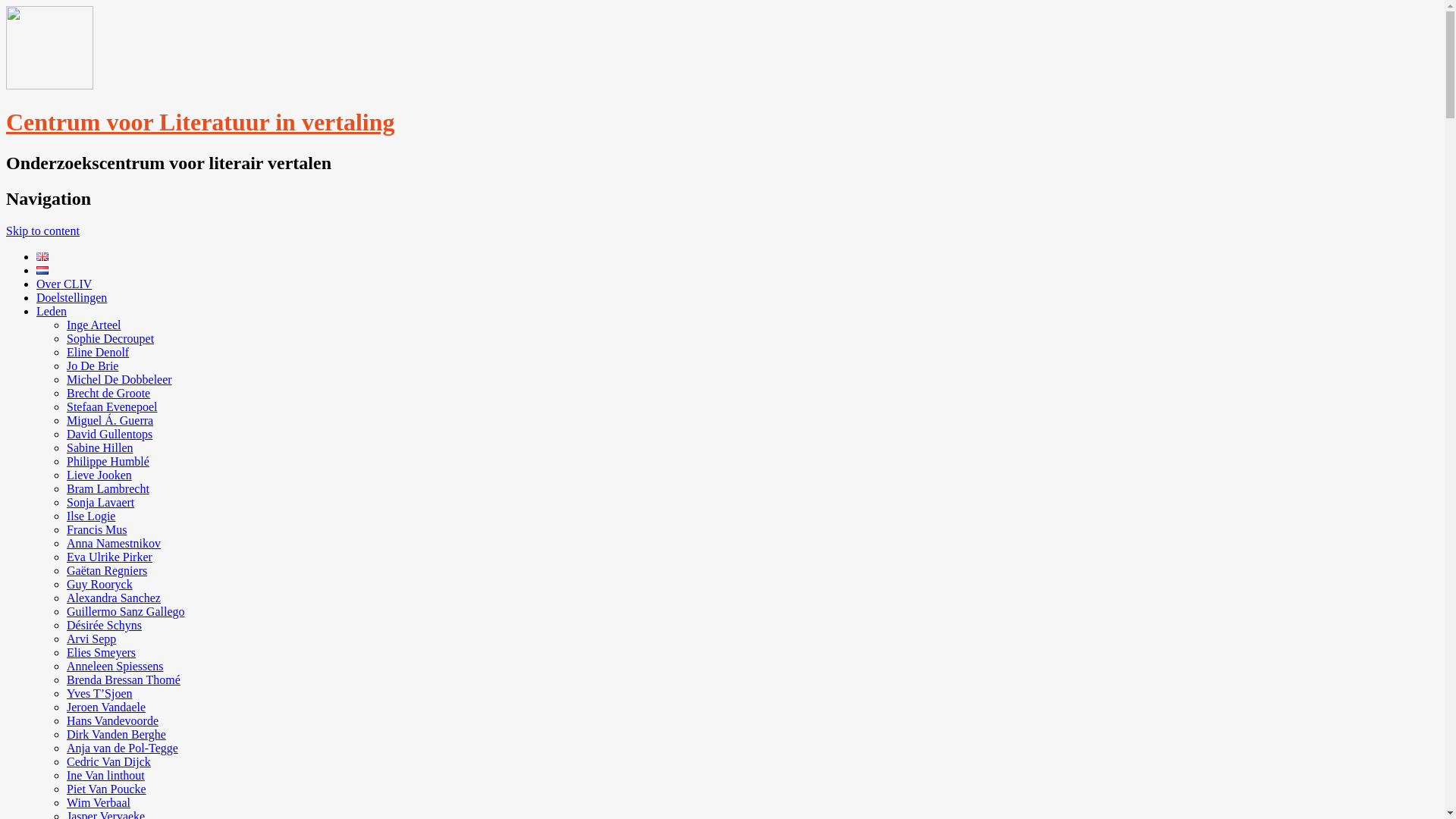 The width and height of the screenshot is (1456, 819). I want to click on 'Leden', so click(51, 310).